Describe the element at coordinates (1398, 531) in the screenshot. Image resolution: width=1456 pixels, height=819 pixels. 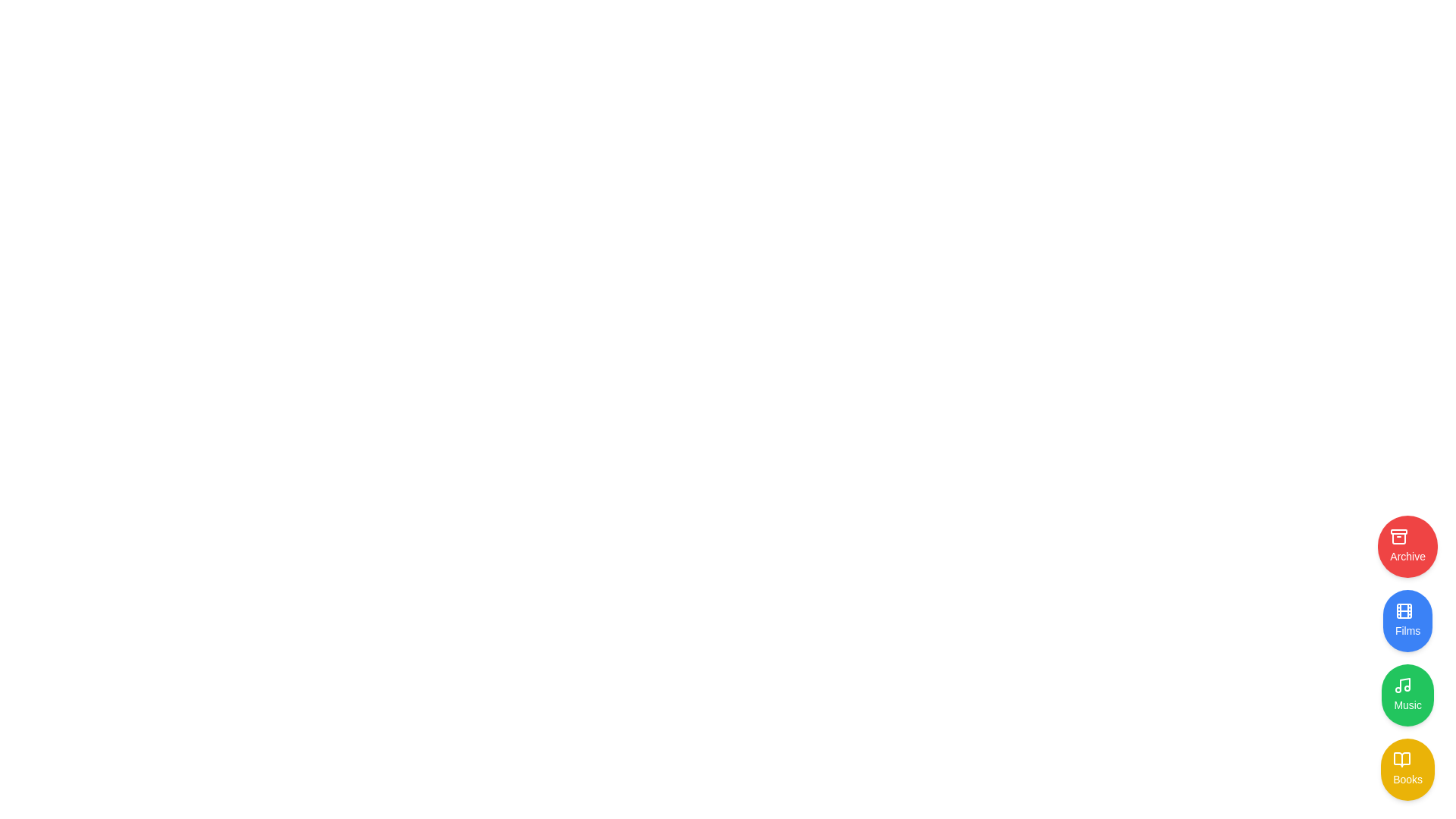
I see `the topmost rounded rectangle element within the archive icon, which is visually represented in the SVG format` at that location.